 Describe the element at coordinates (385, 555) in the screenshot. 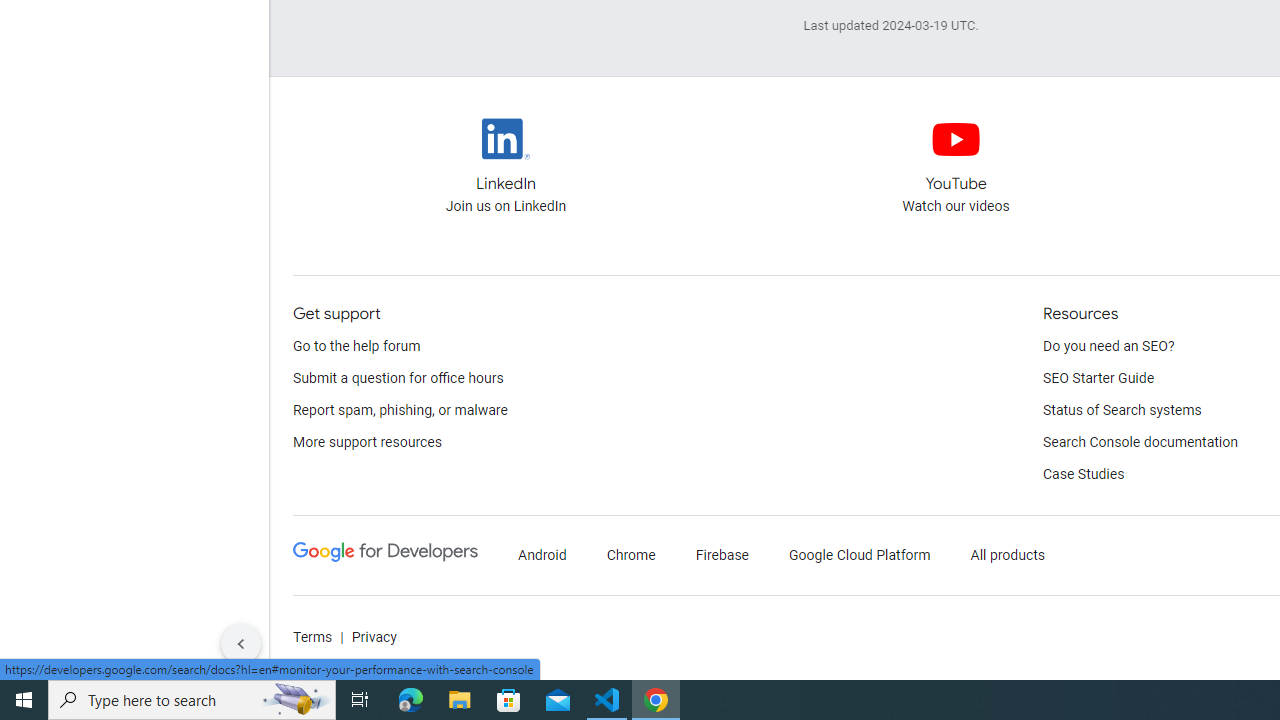

I see `'Google Developers'` at that location.